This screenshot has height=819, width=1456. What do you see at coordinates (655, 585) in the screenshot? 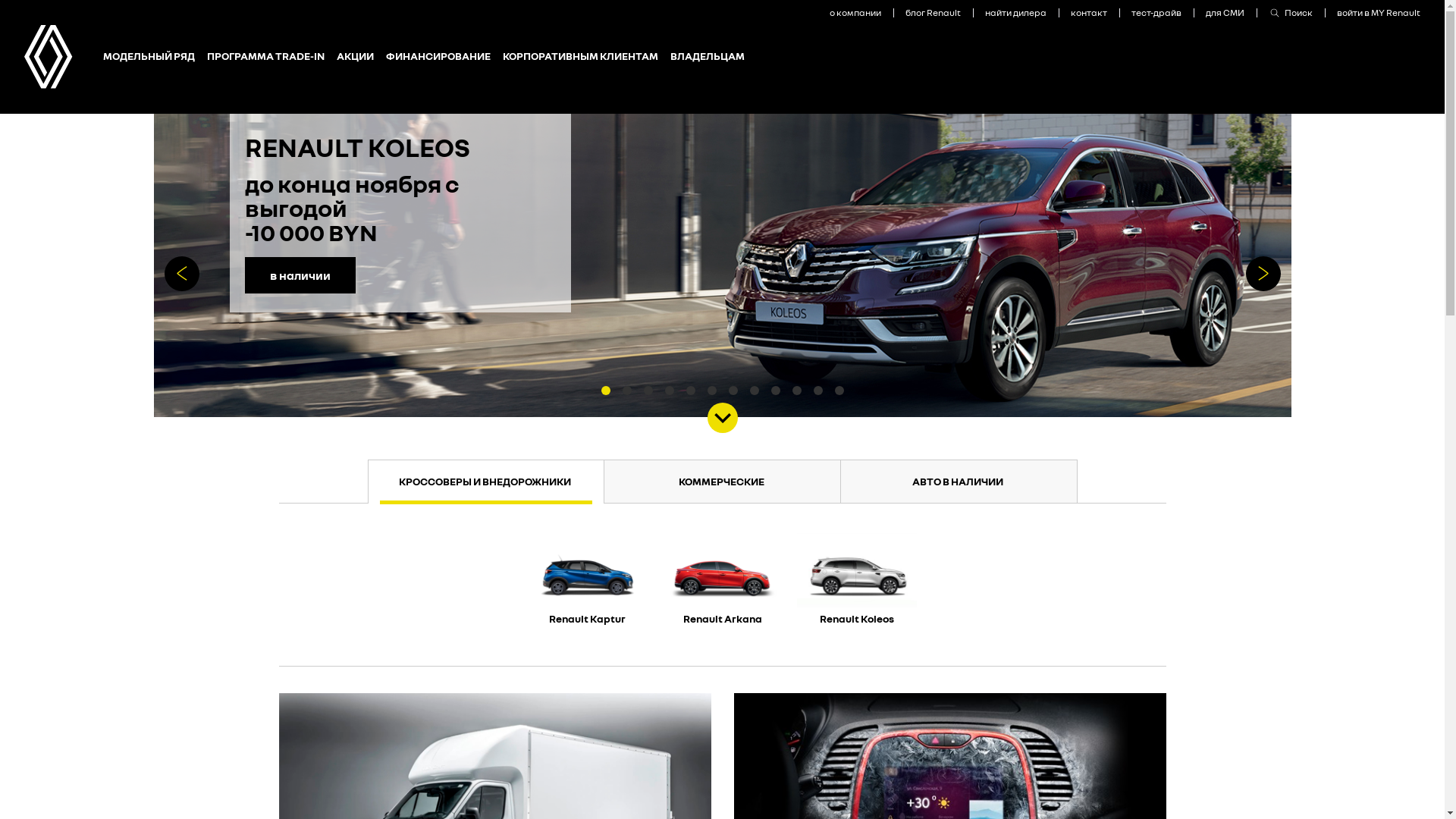
I see `'Renault Arkana'` at bounding box center [655, 585].